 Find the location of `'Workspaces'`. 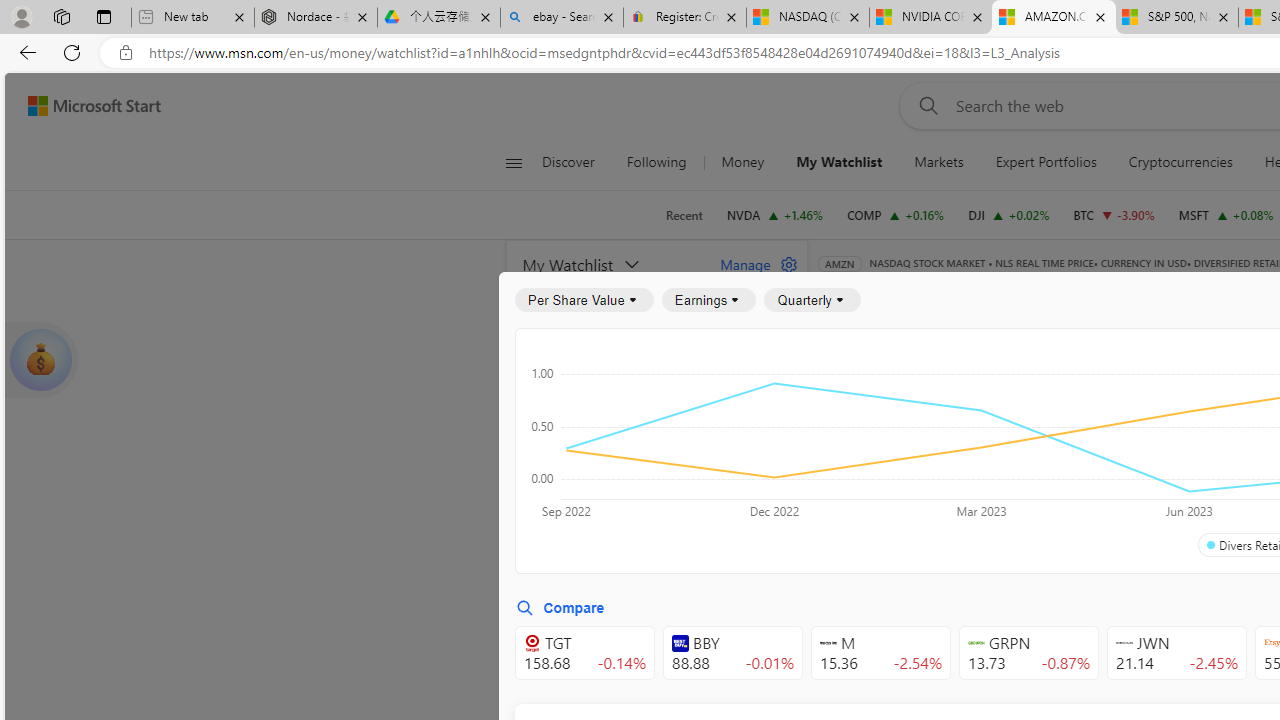

'Workspaces' is located at coordinates (61, 16).